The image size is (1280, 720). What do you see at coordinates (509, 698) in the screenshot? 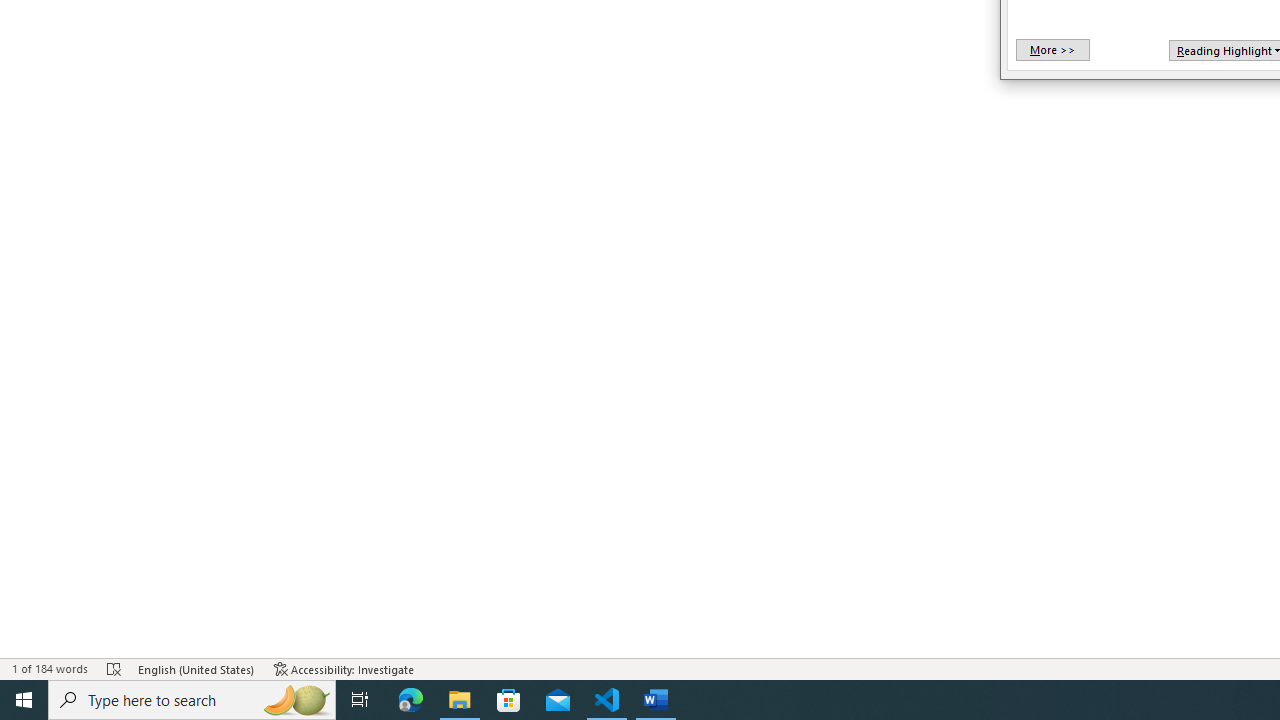
I see `'Microsoft Store'` at bounding box center [509, 698].